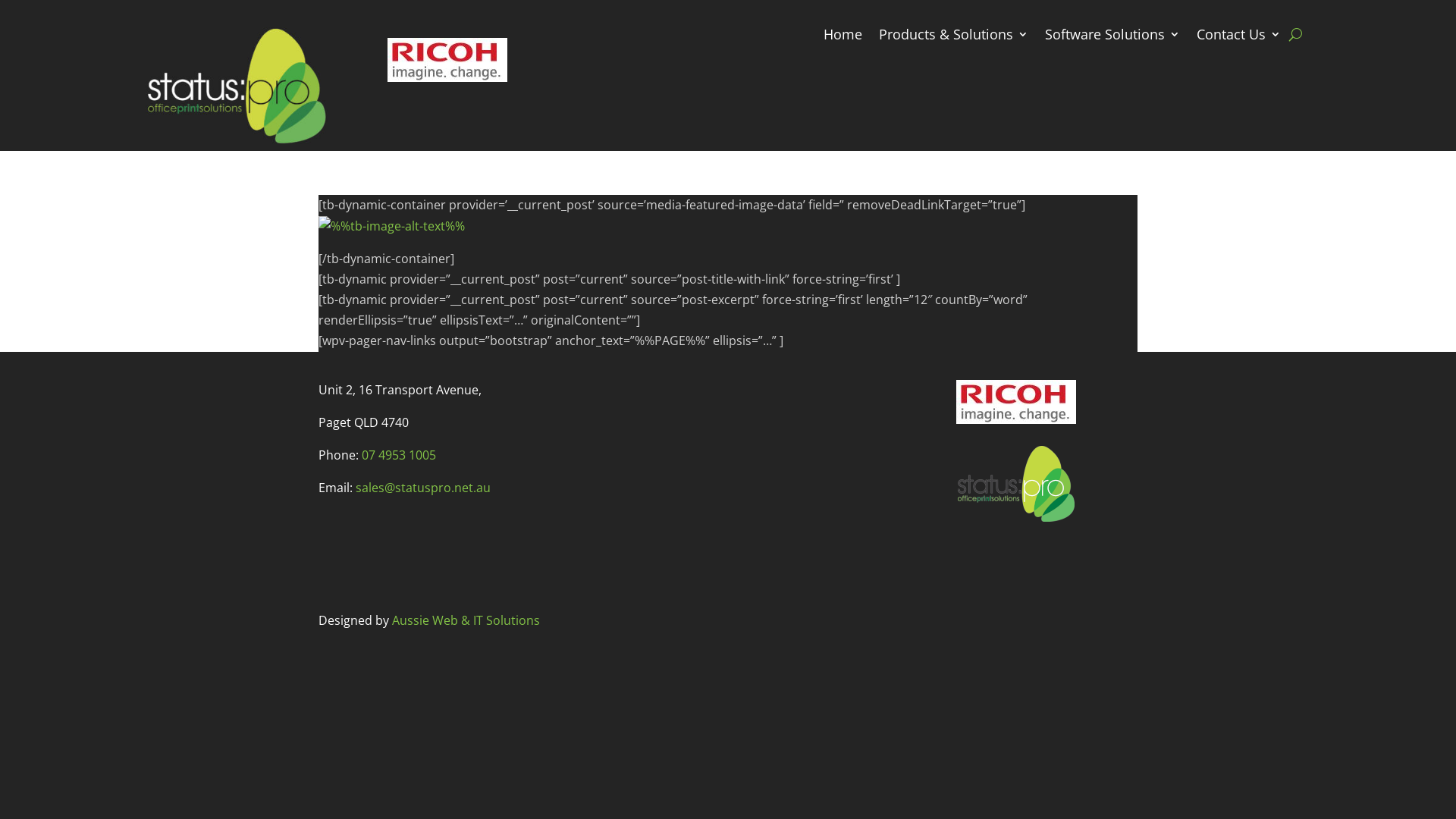  Describe the element at coordinates (1015, 483) in the screenshot. I see `'statuspro'` at that location.